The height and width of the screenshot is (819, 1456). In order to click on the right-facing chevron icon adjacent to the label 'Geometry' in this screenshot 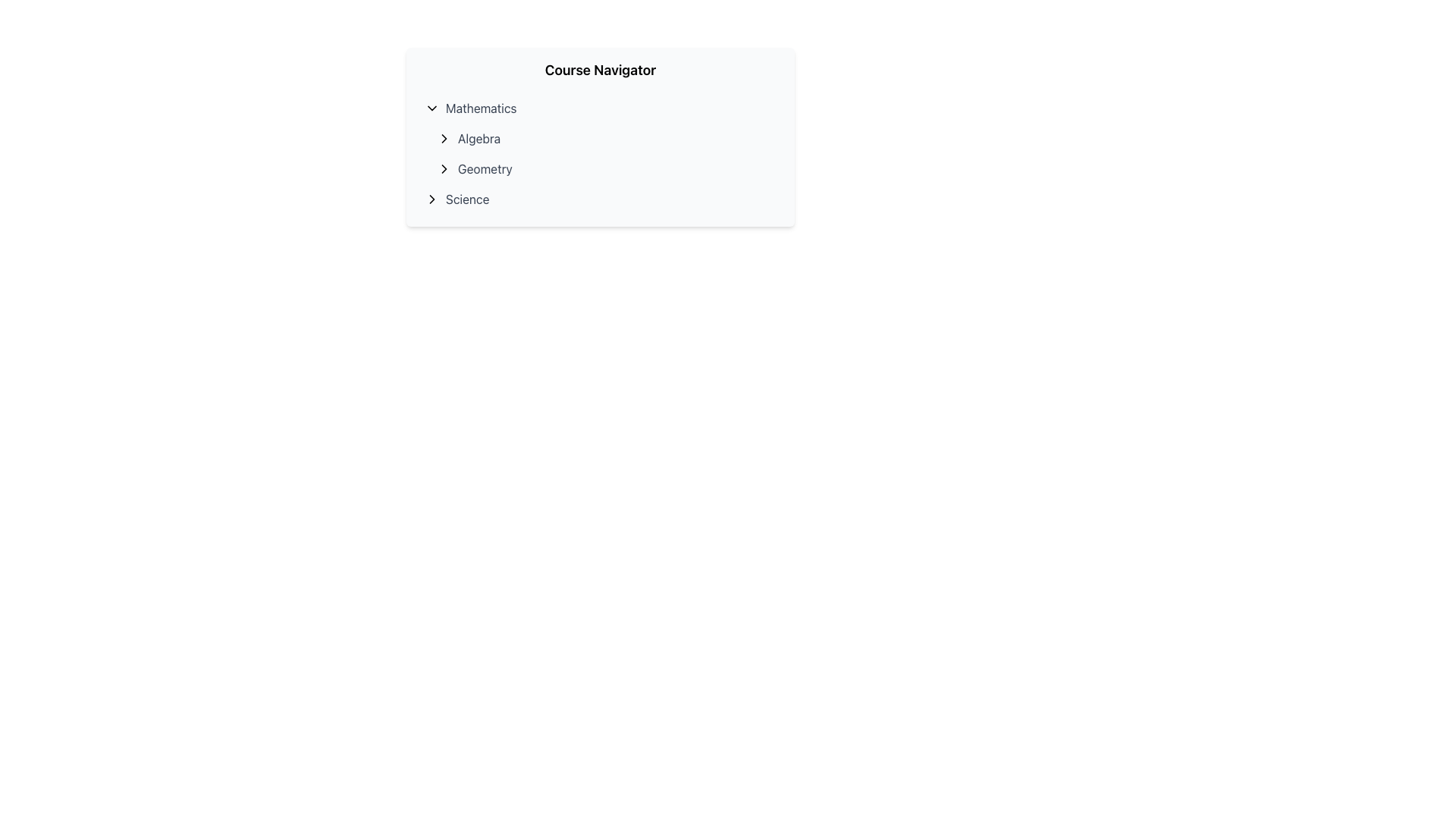, I will do `click(443, 169)`.